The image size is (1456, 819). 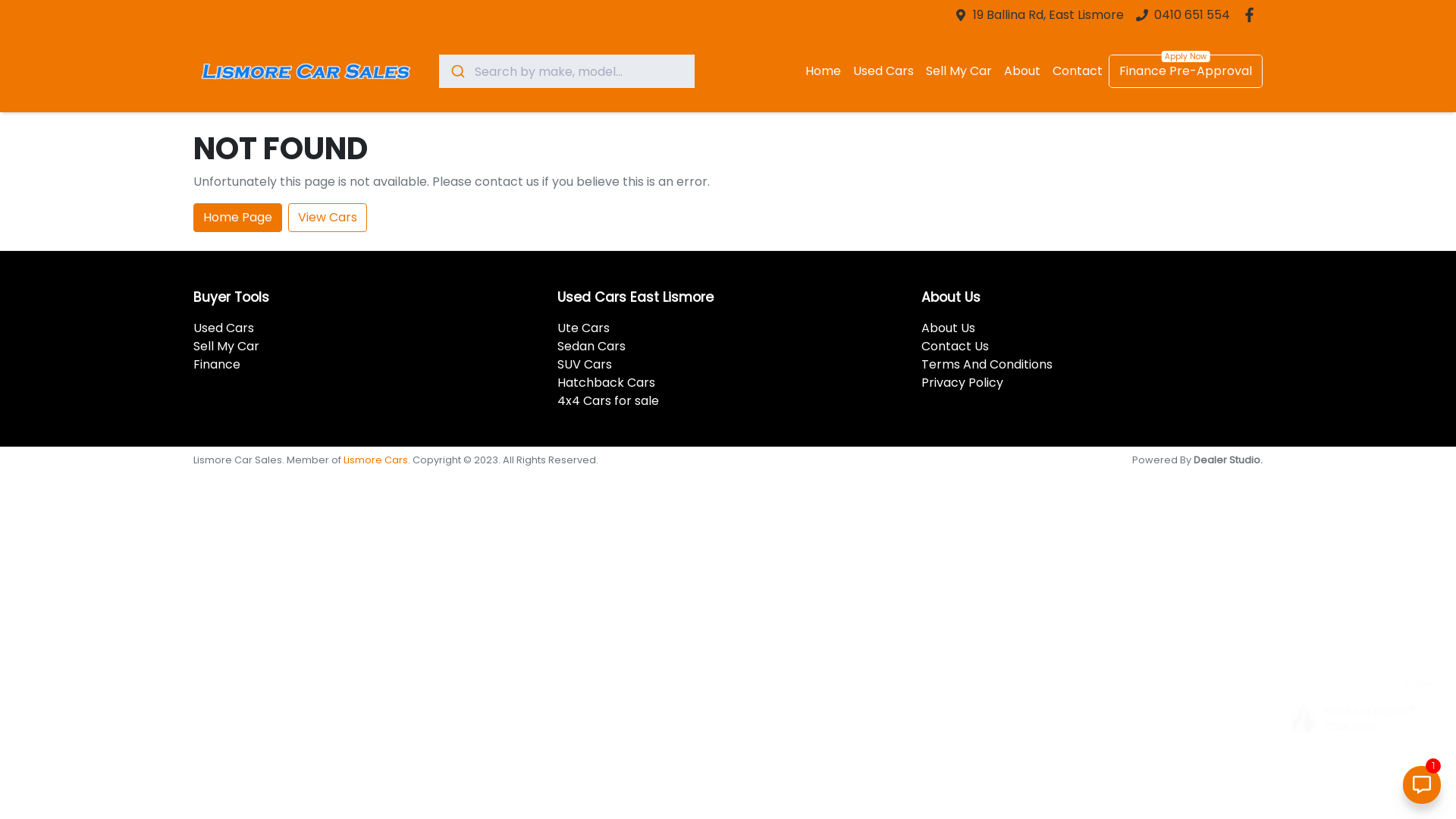 I want to click on 'Terms And Conditions', so click(x=987, y=364).